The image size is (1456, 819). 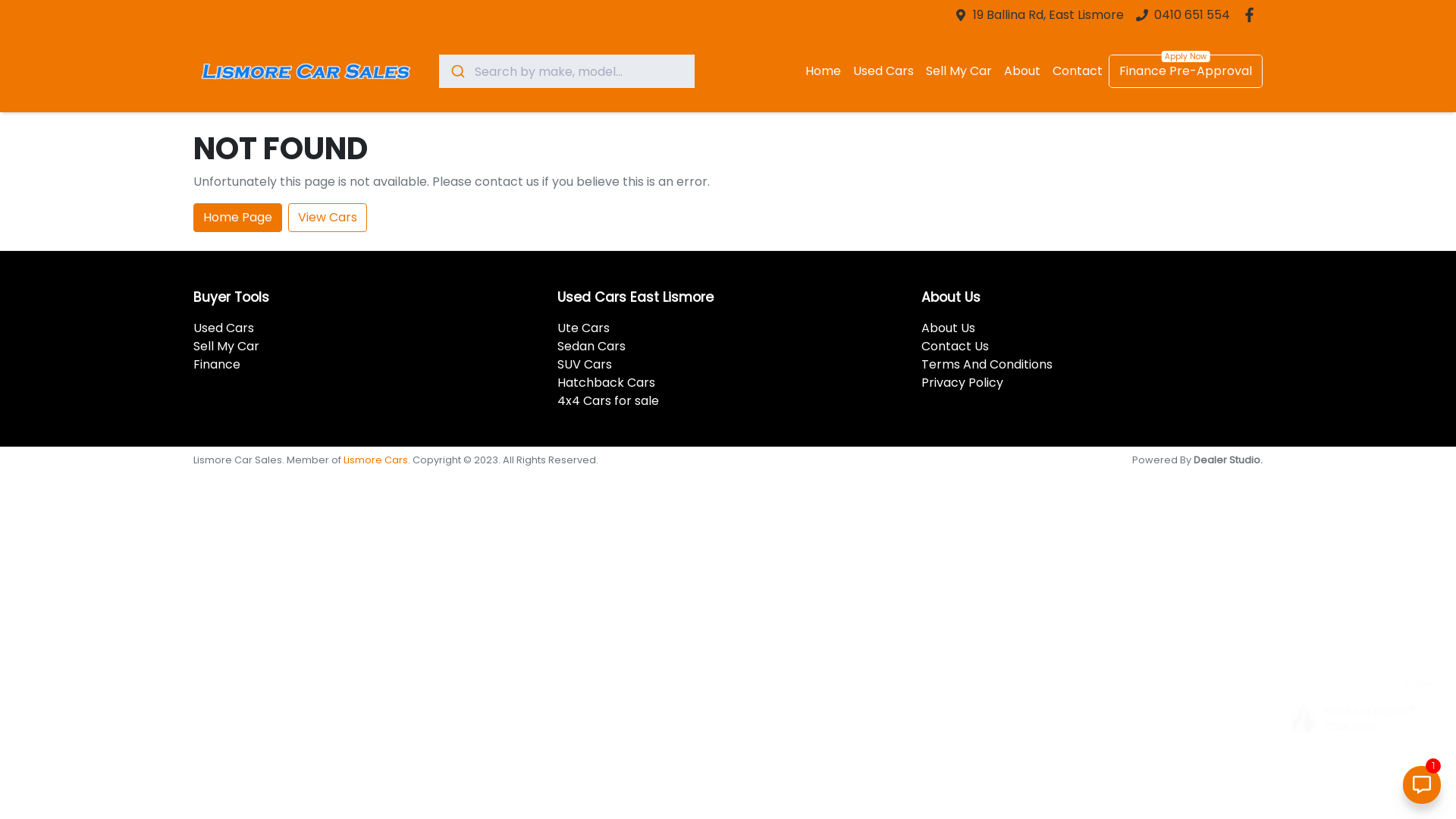 I want to click on 'Terms And Conditions', so click(x=987, y=364).